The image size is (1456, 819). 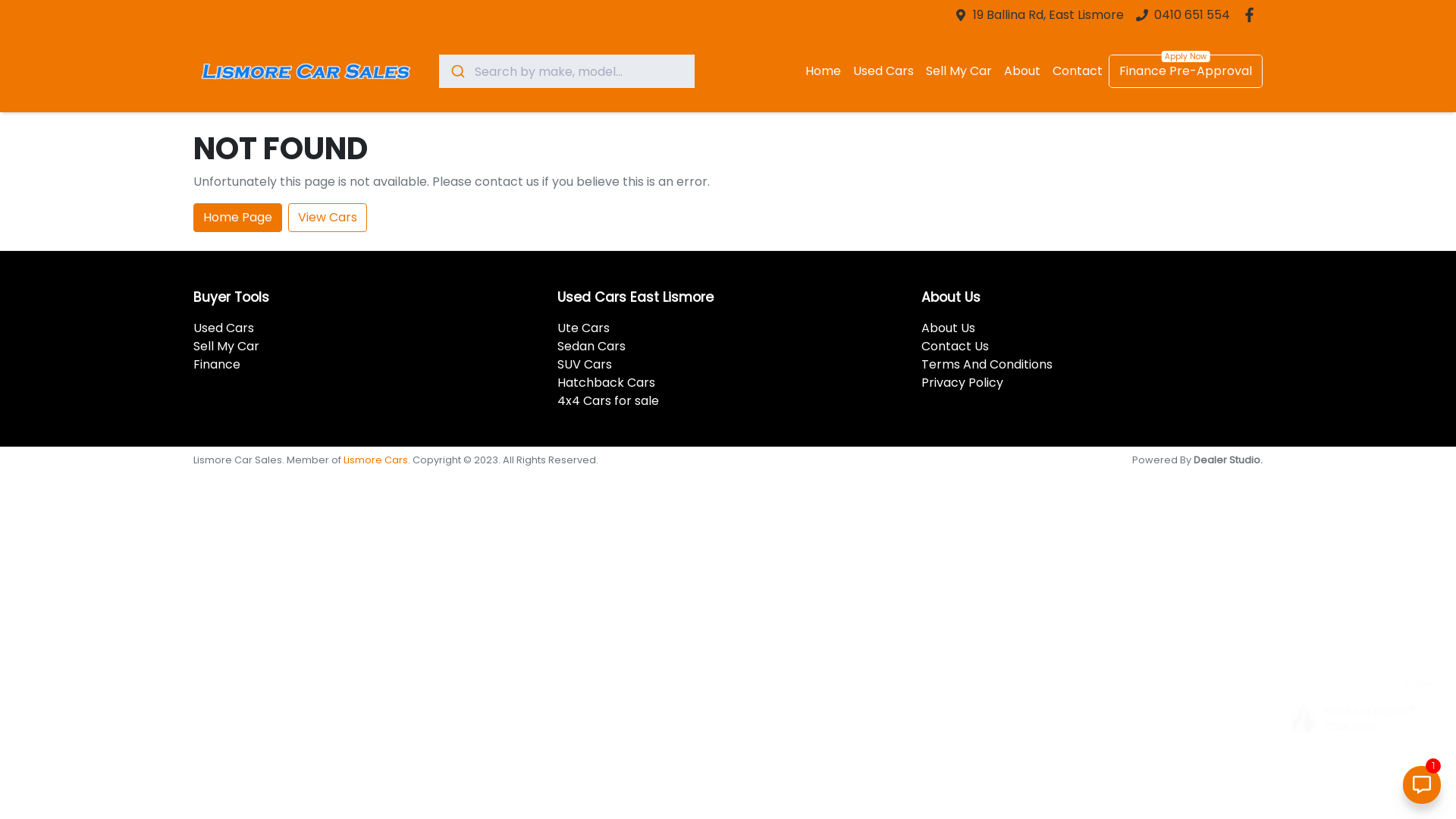 I want to click on 'Terms And Conditions', so click(x=987, y=364).